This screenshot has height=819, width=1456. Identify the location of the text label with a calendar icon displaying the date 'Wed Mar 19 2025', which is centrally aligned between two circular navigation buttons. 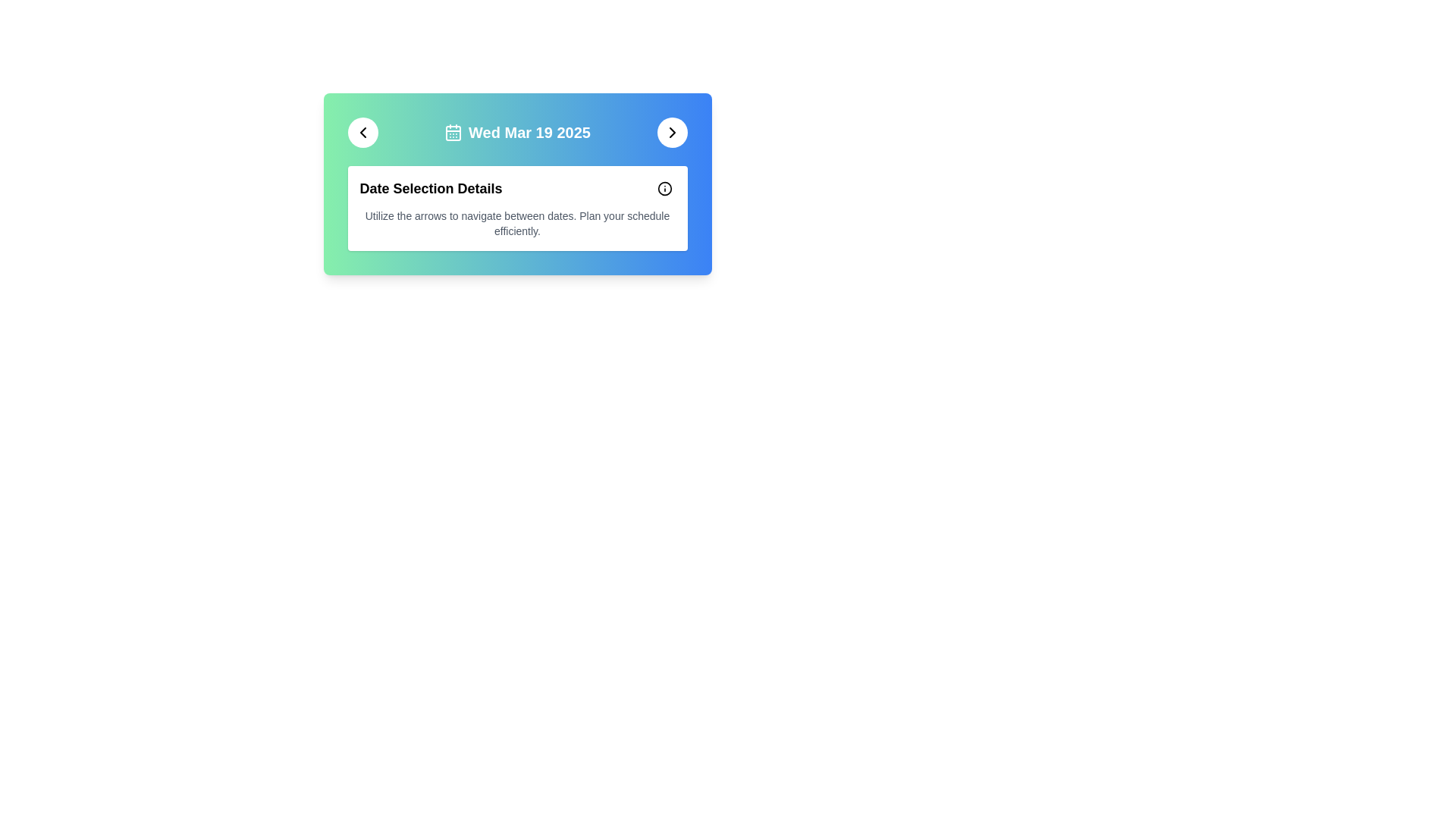
(517, 131).